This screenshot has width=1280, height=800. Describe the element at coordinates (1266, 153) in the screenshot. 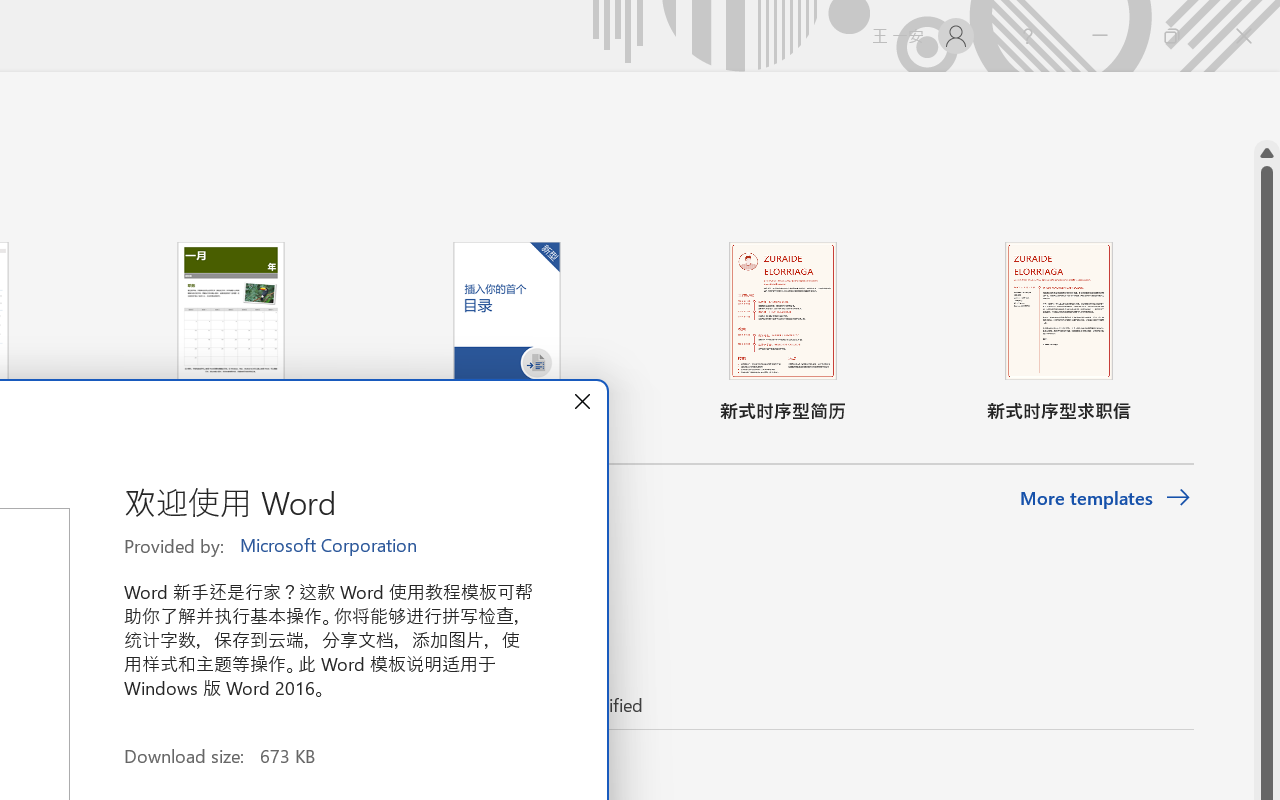

I see `'Line up'` at that location.